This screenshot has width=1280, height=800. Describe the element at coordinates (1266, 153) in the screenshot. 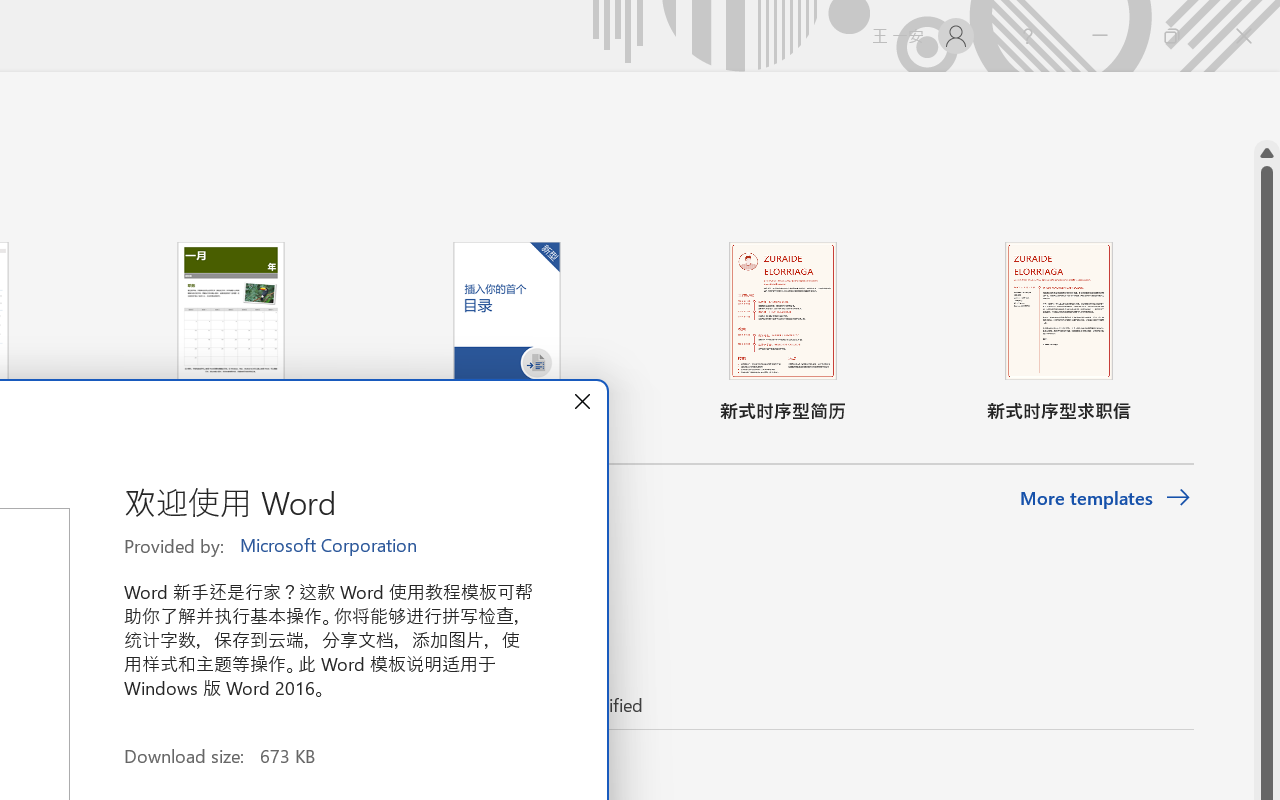

I see `'Line up'` at that location.